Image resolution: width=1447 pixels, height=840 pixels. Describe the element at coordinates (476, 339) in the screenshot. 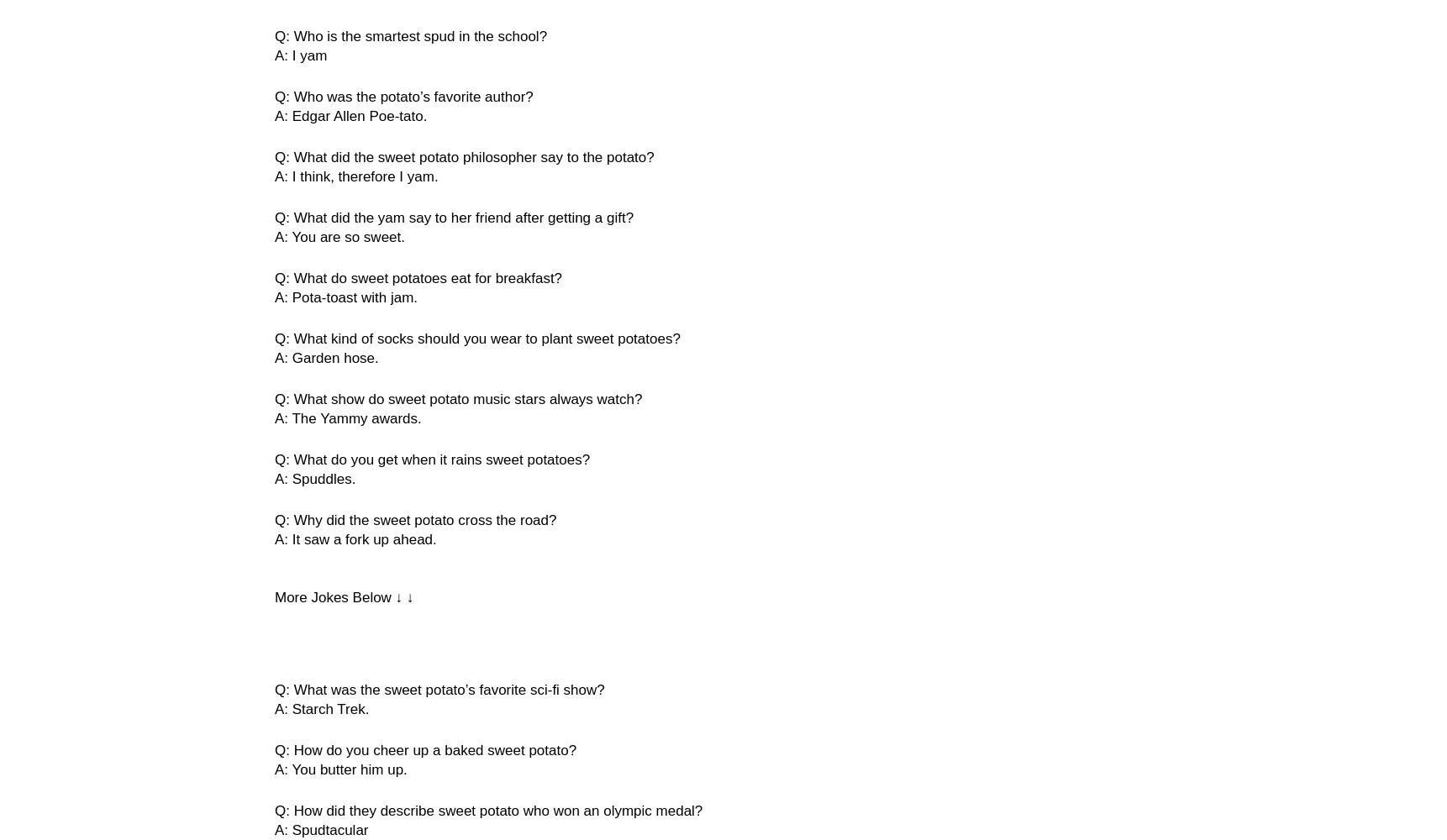

I see `'Q: What kind of socks should you wear to plant sweet potatoes?'` at that location.